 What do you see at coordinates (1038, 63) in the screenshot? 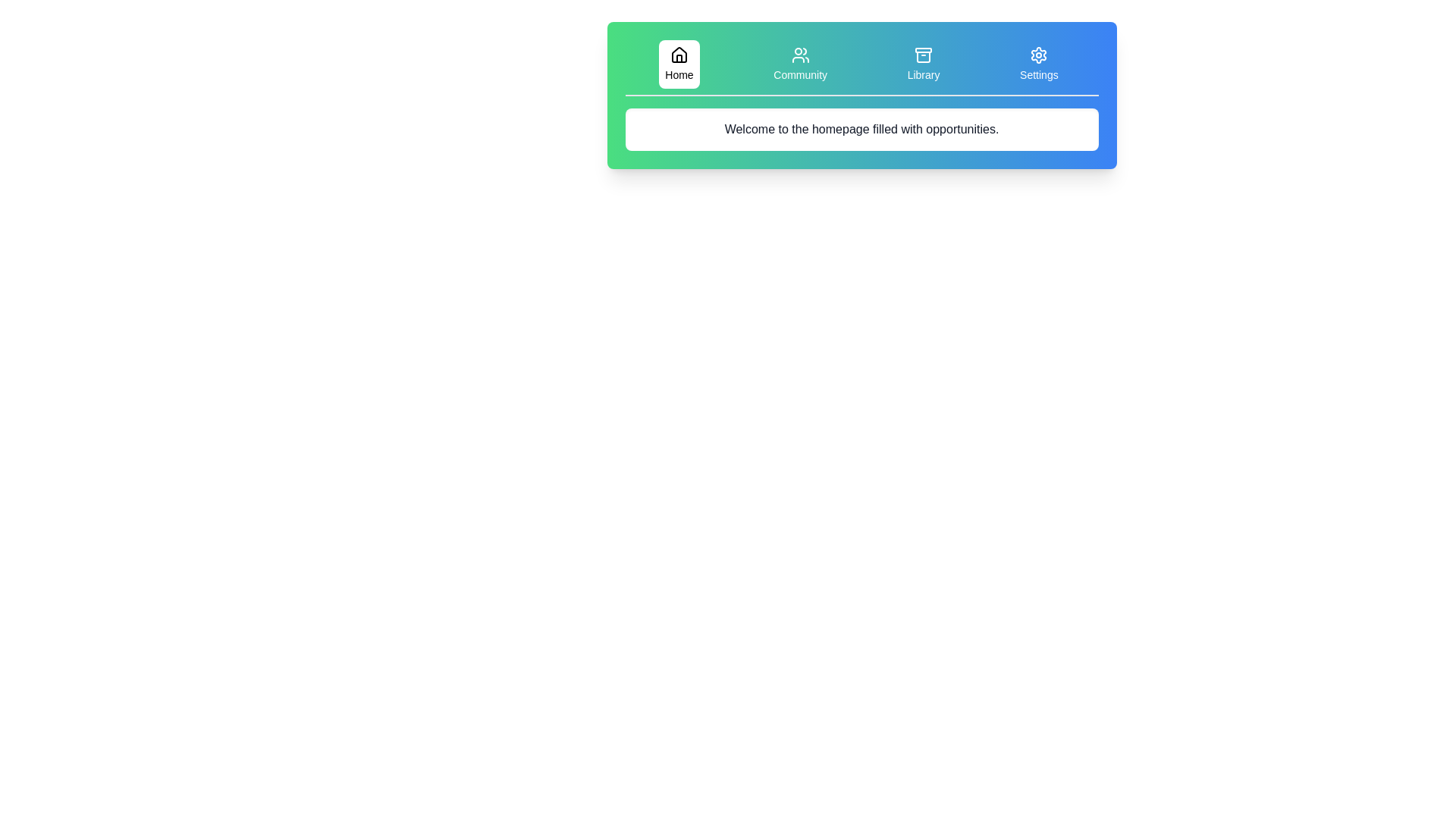
I see `the tab labeled Settings to observe its hover effect` at bounding box center [1038, 63].